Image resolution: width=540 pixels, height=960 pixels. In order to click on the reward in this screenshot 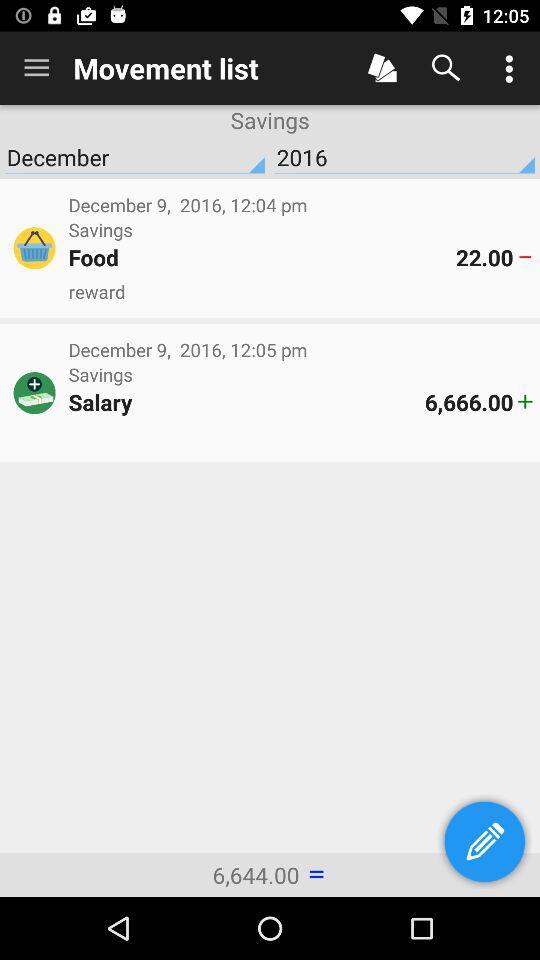, I will do `click(299, 290)`.